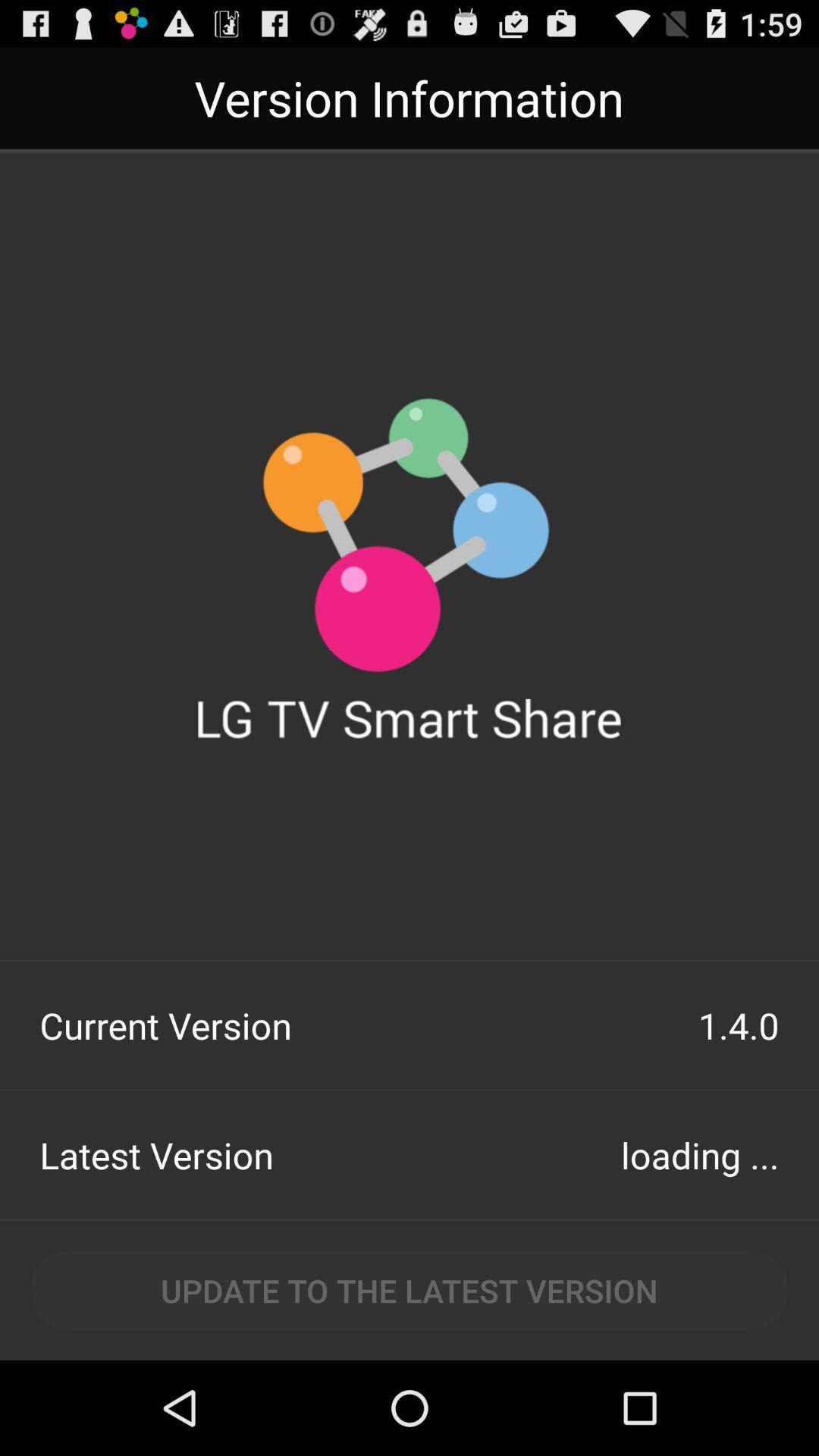 This screenshot has width=819, height=1456. I want to click on the update to the, so click(409, 1289).